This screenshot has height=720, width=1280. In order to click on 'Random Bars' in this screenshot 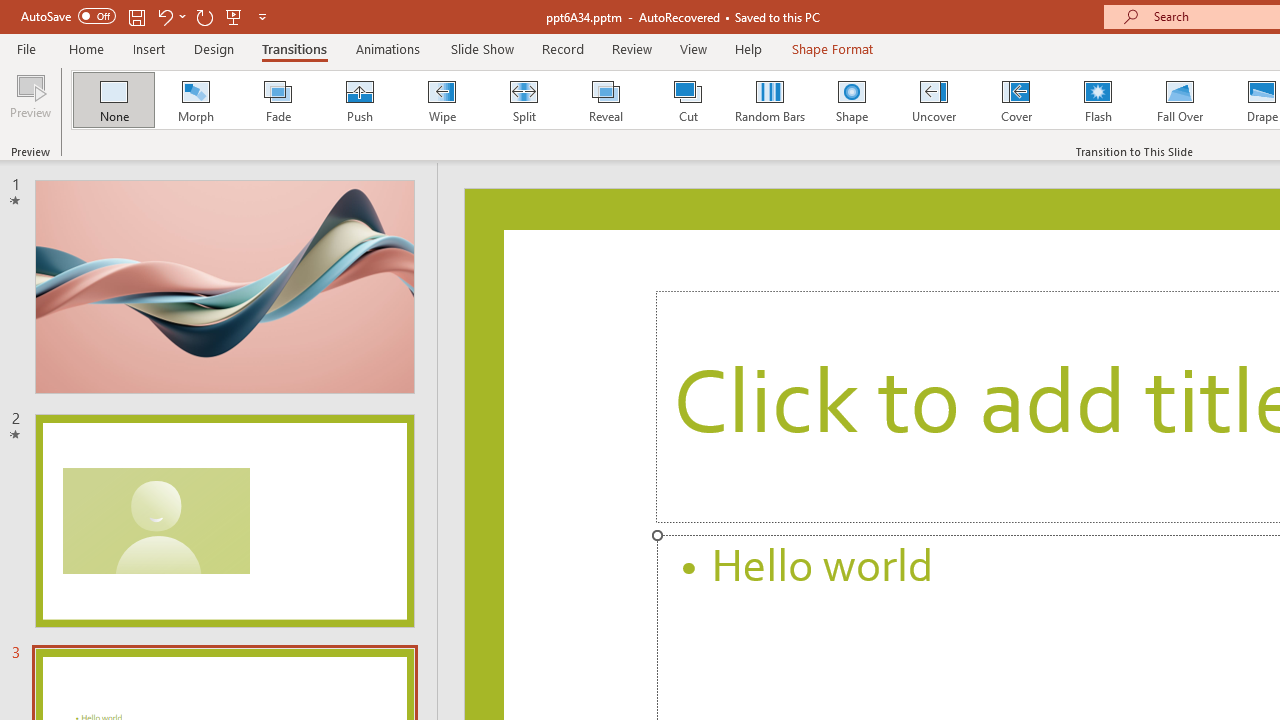, I will do `click(769, 100)`.